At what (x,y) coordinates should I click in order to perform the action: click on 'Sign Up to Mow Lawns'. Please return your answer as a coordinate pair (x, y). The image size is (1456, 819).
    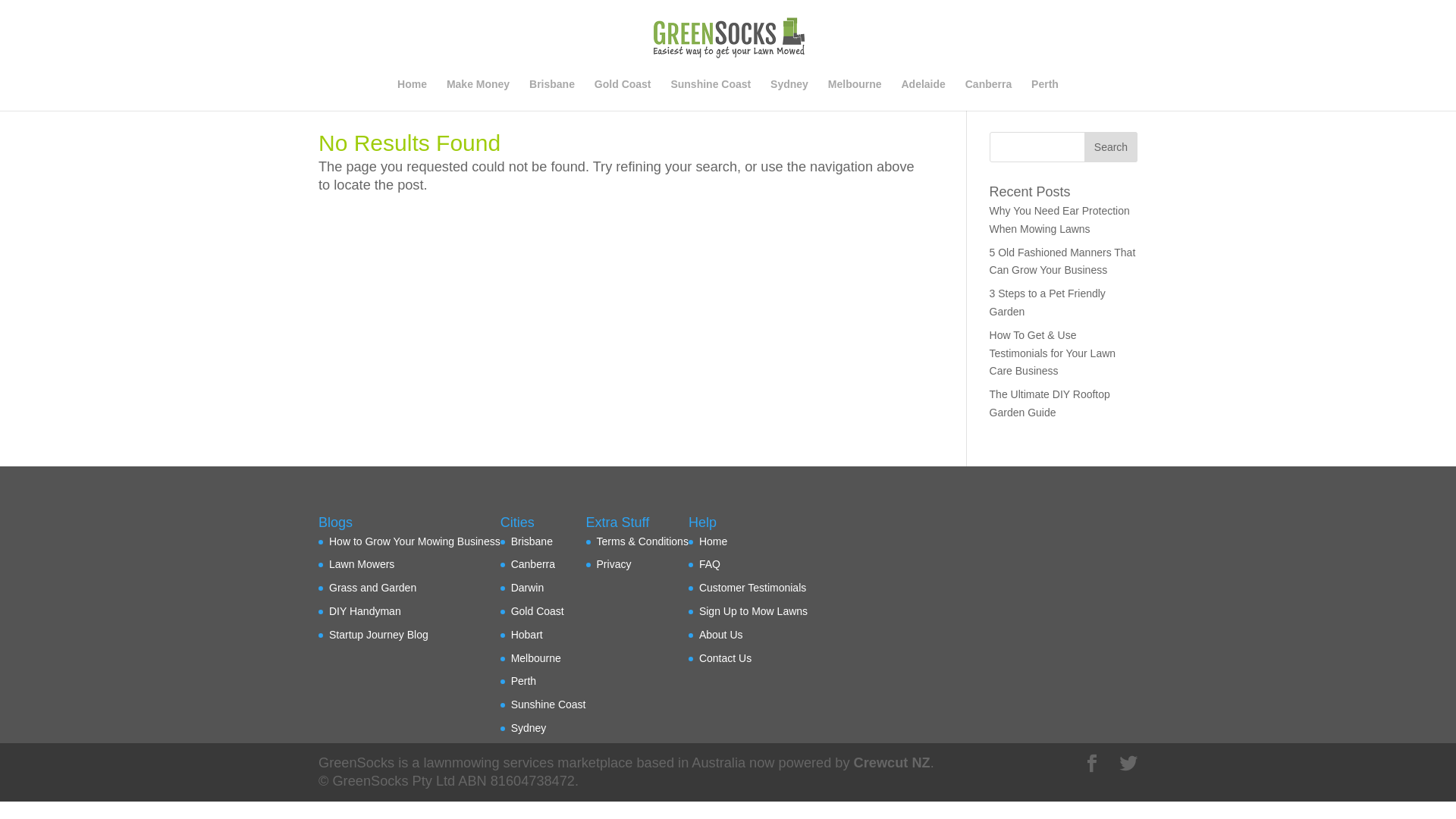
    Looking at the image, I should click on (753, 610).